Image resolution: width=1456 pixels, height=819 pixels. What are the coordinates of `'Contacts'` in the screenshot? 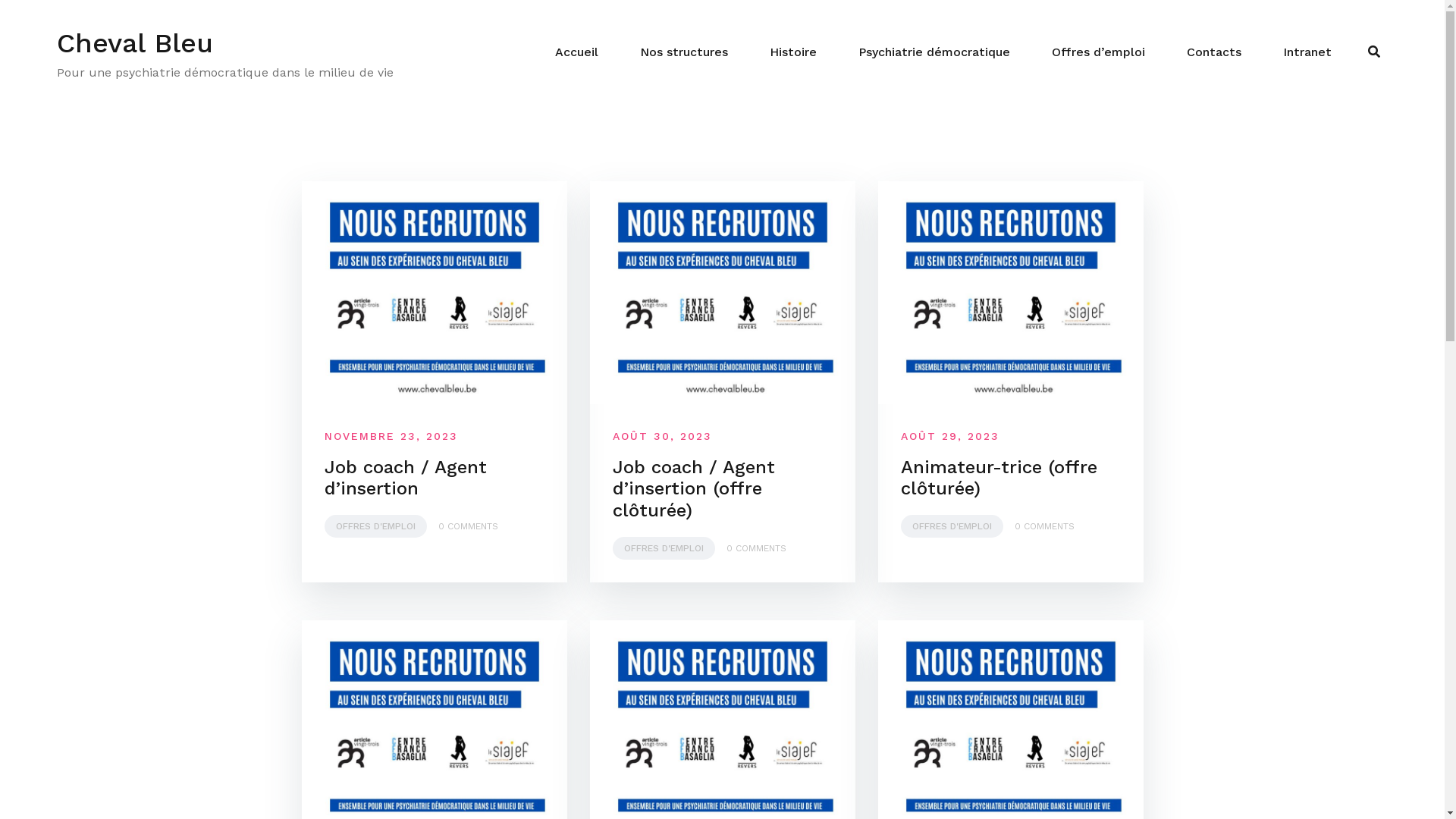 It's located at (1214, 52).